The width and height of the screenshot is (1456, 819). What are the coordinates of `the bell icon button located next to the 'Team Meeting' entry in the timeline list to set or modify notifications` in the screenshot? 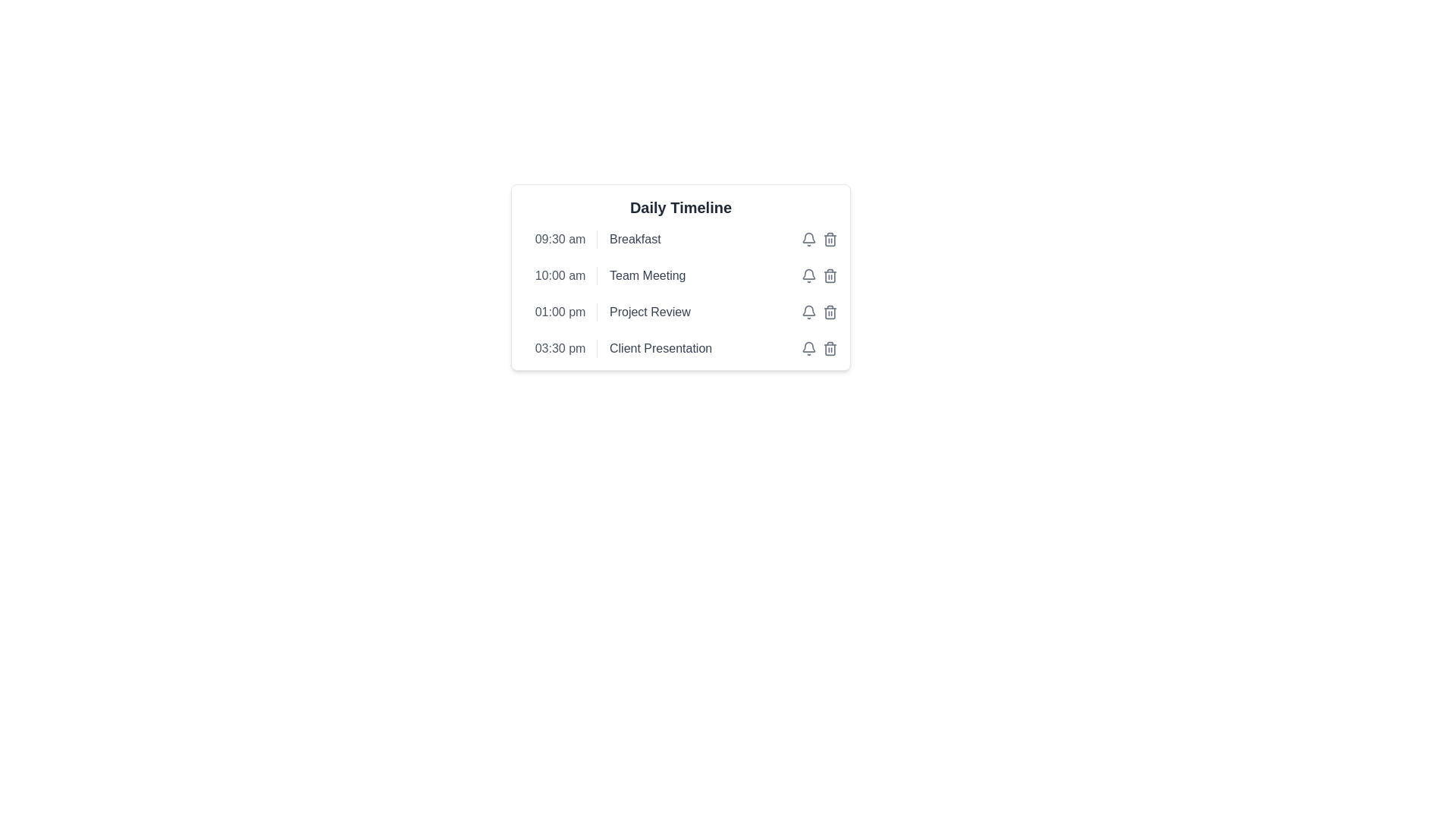 It's located at (808, 275).